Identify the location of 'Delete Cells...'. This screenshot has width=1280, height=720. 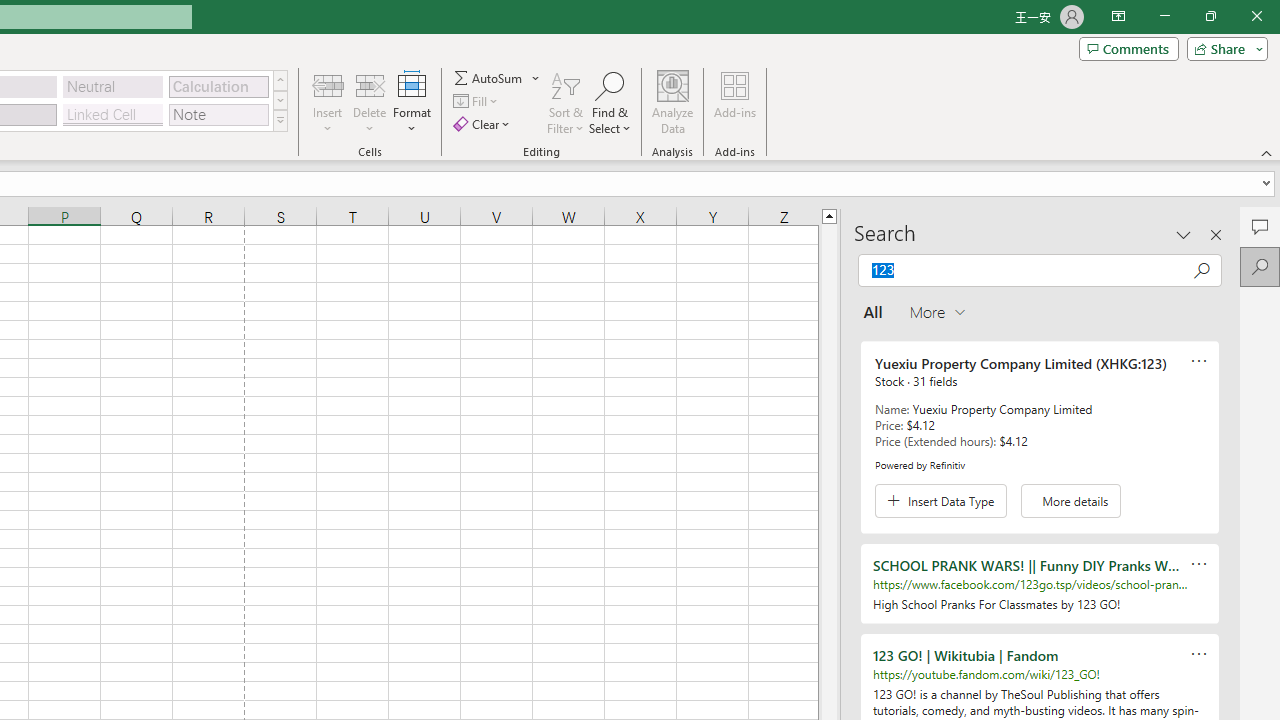
(369, 84).